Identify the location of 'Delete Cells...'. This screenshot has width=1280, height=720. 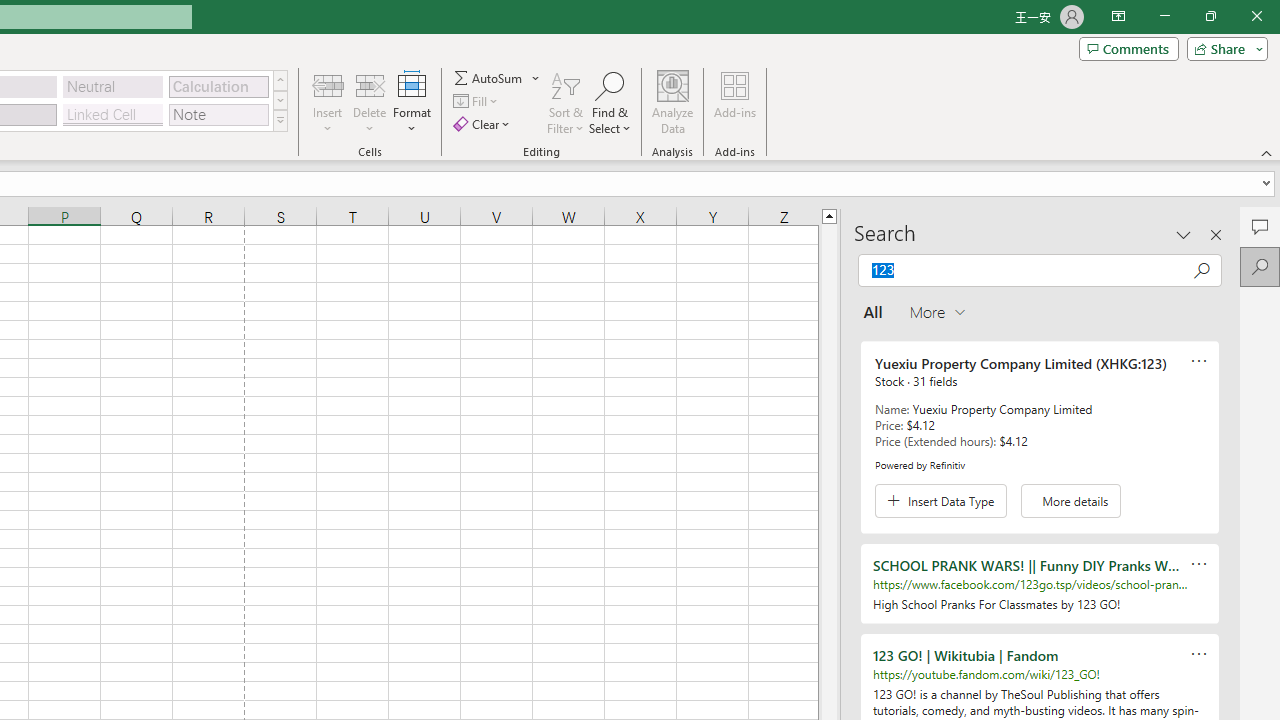
(369, 84).